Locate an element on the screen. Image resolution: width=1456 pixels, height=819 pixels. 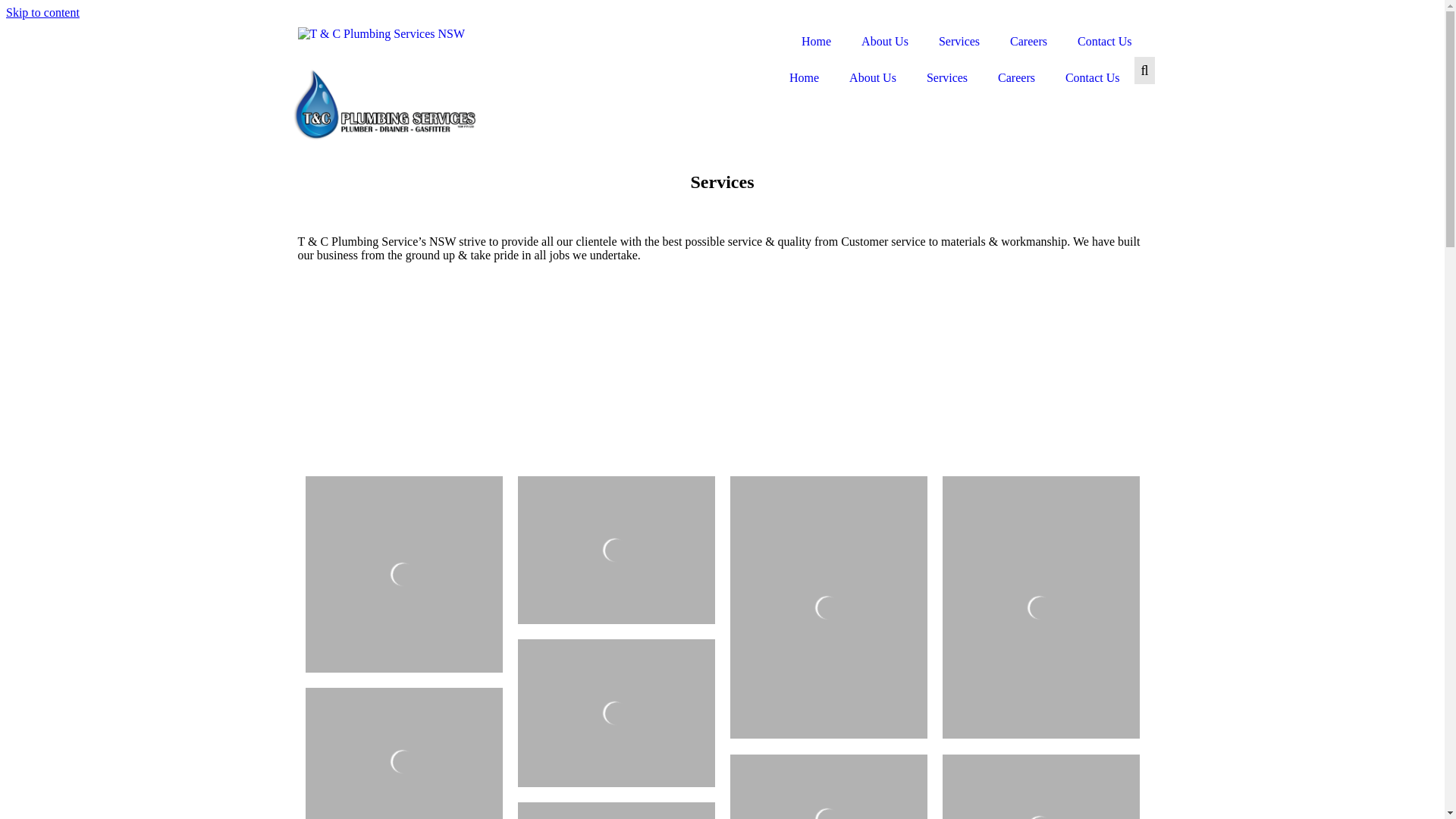
'Home' is located at coordinates (815, 40).